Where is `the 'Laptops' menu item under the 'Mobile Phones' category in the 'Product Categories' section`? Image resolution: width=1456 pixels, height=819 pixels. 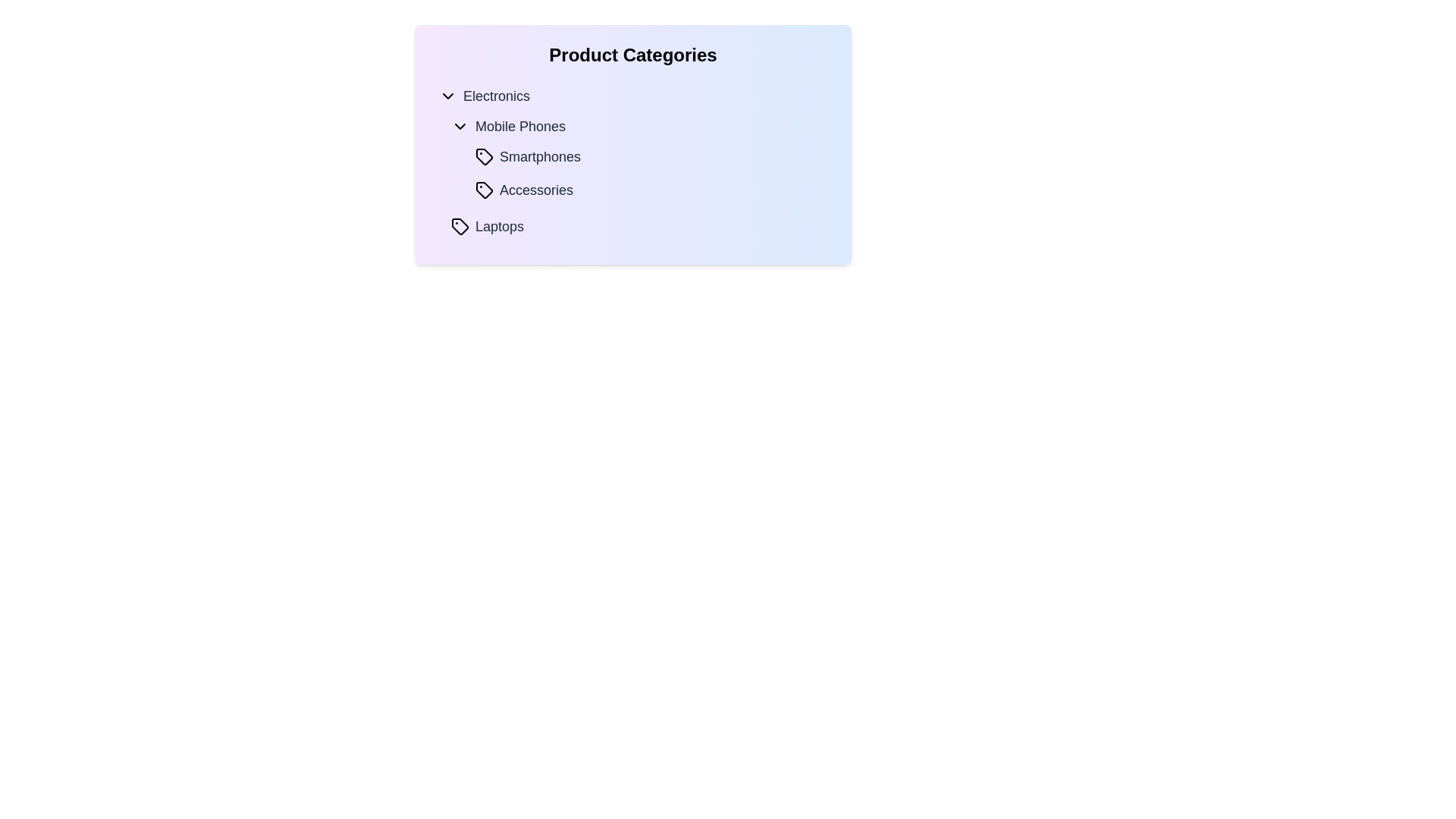
the 'Laptops' menu item under the 'Mobile Phones' category in the 'Product Categories' section is located at coordinates (633, 227).